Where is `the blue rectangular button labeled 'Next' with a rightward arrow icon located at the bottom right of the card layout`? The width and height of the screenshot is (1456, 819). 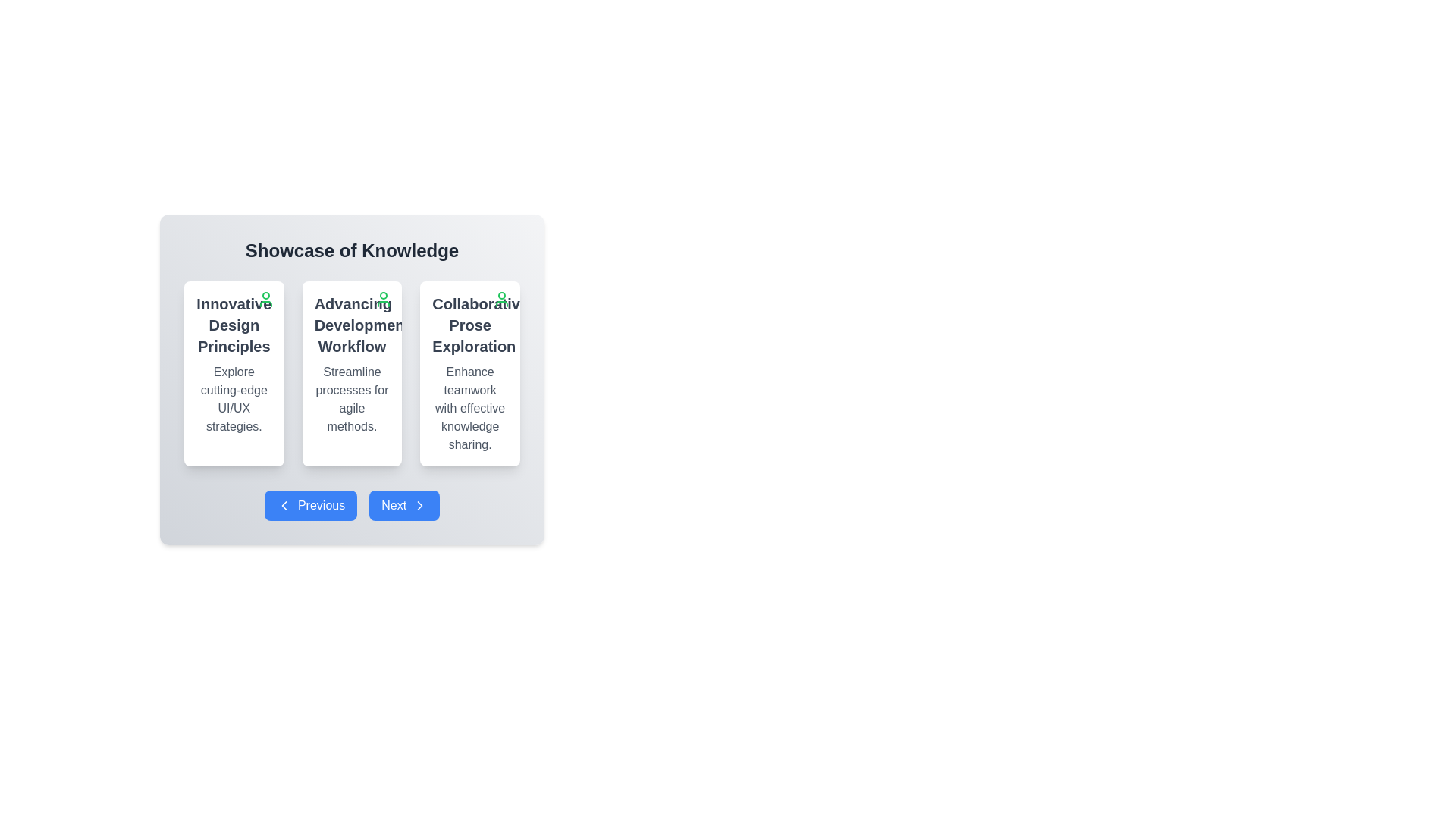 the blue rectangular button labeled 'Next' with a rightward arrow icon located at the bottom right of the card layout is located at coordinates (404, 506).